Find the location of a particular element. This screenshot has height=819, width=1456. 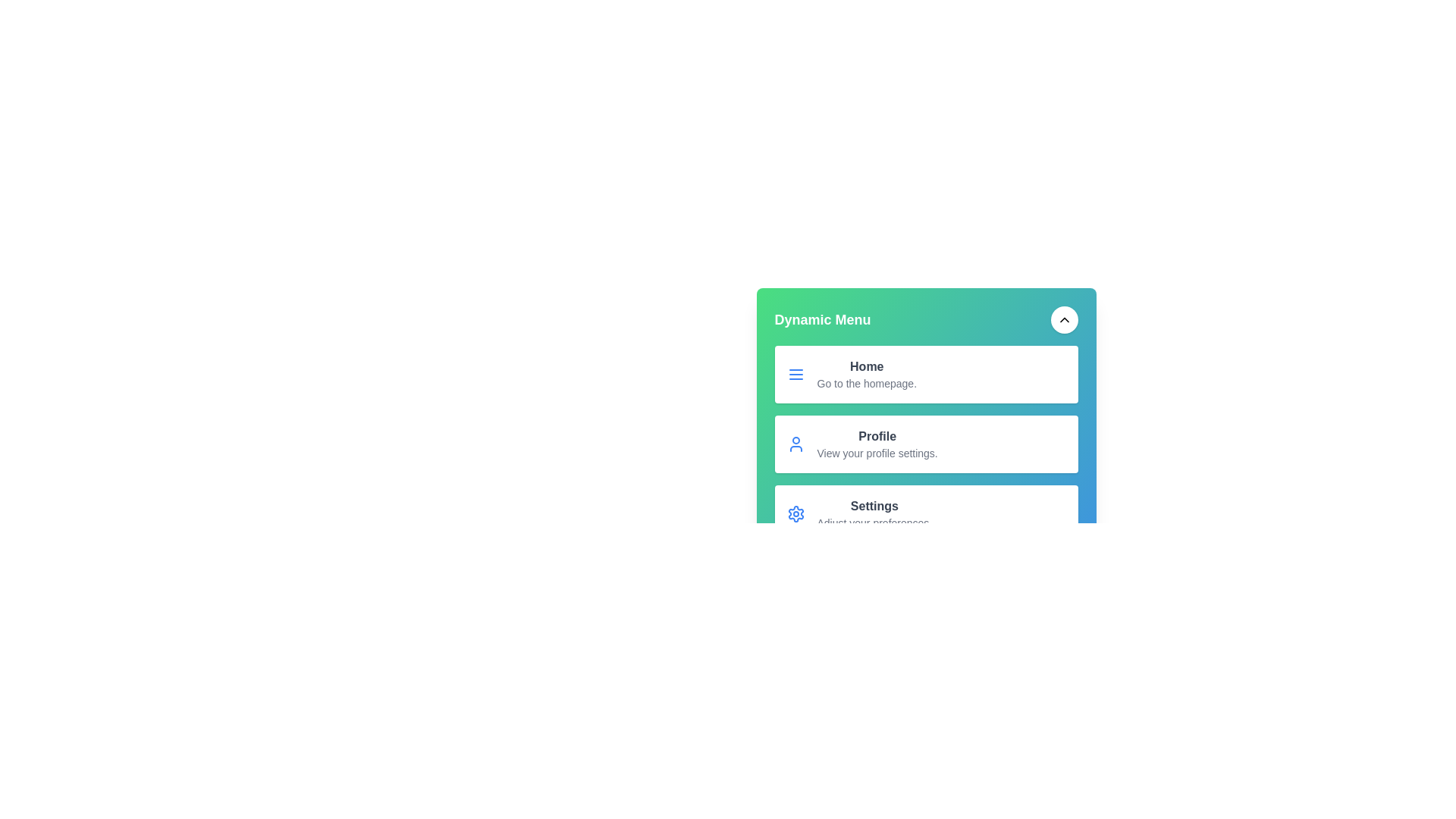

the 'Profile' menu item, which is the second option in the vertically-stacked menu is located at coordinates (925, 479).